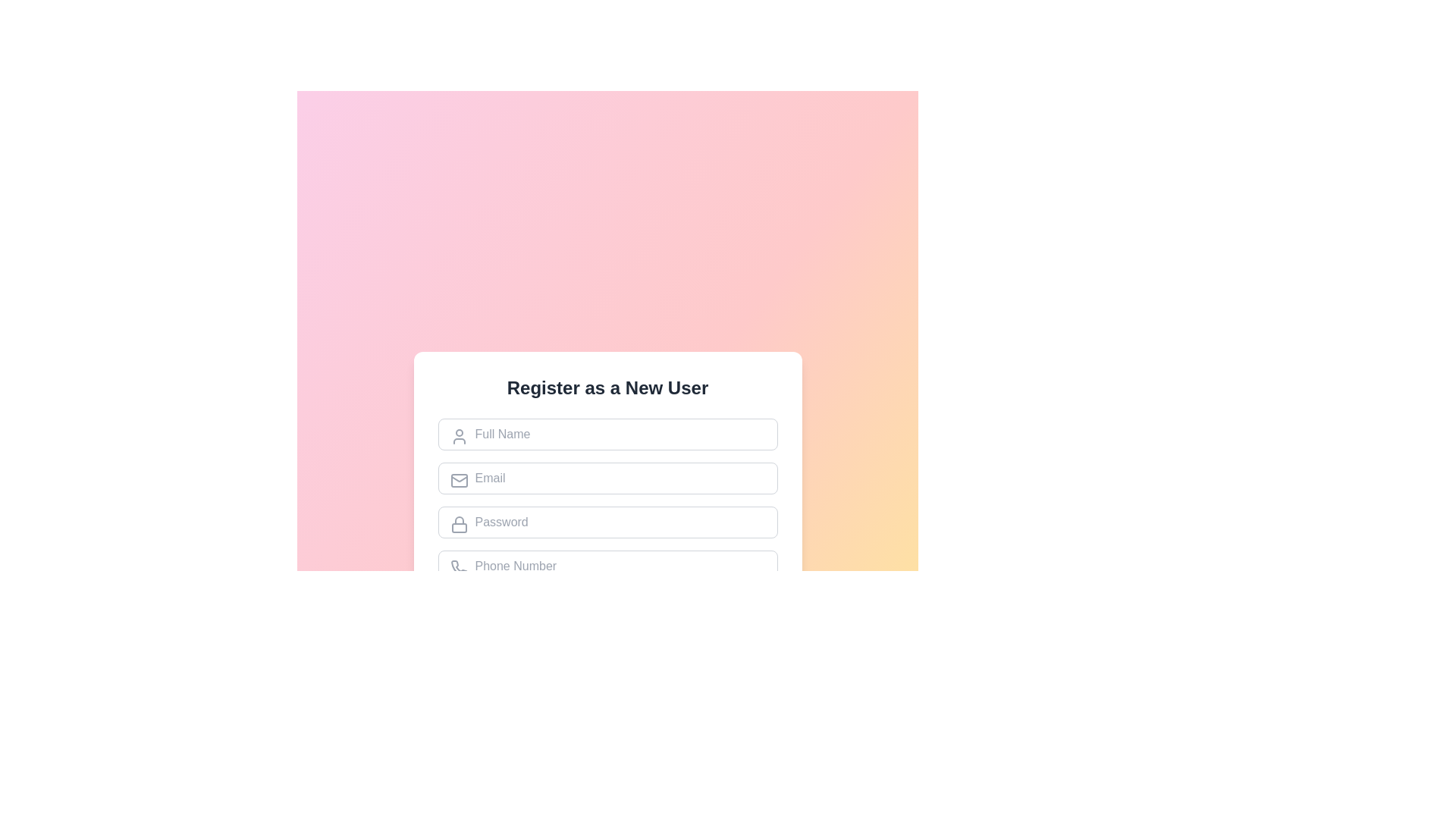 The width and height of the screenshot is (1456, 819). What do you see at coordinates (458, 527) in the screenshot?
I see `the rectangular Decorative SVG shape that forms part of the lock icon, which is gray-themed with rounded corners and positioned below the shackle representation adjacent to the password input field` at bounding box center [458, 527].